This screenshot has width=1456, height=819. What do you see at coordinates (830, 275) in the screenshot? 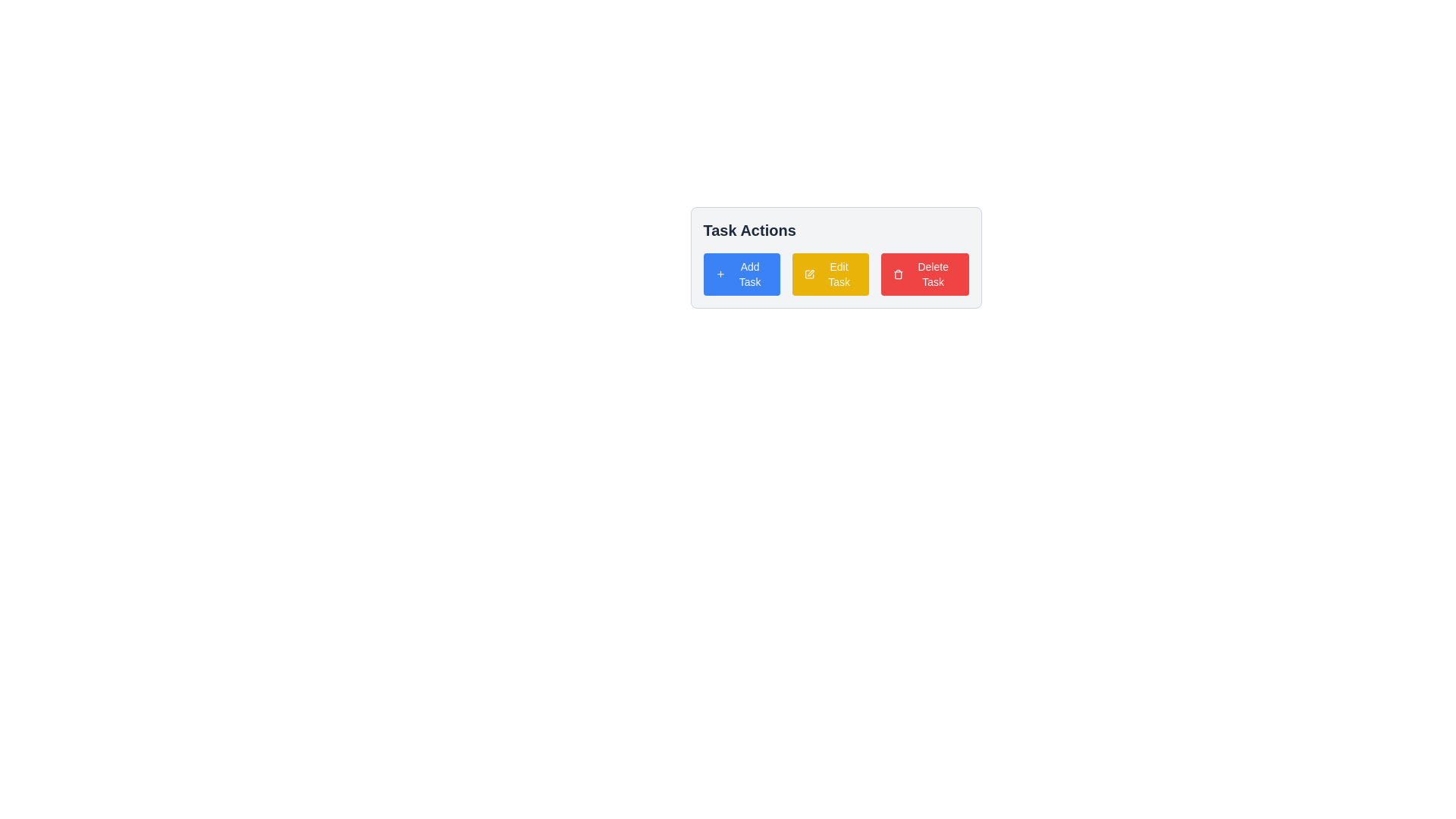
I see `the edit task button, which is the second button in a row of three, located between the blue 'Add Task' button and the red 'Delete Task' button, to trigger visual feedback` at bounding box center [830, 275].